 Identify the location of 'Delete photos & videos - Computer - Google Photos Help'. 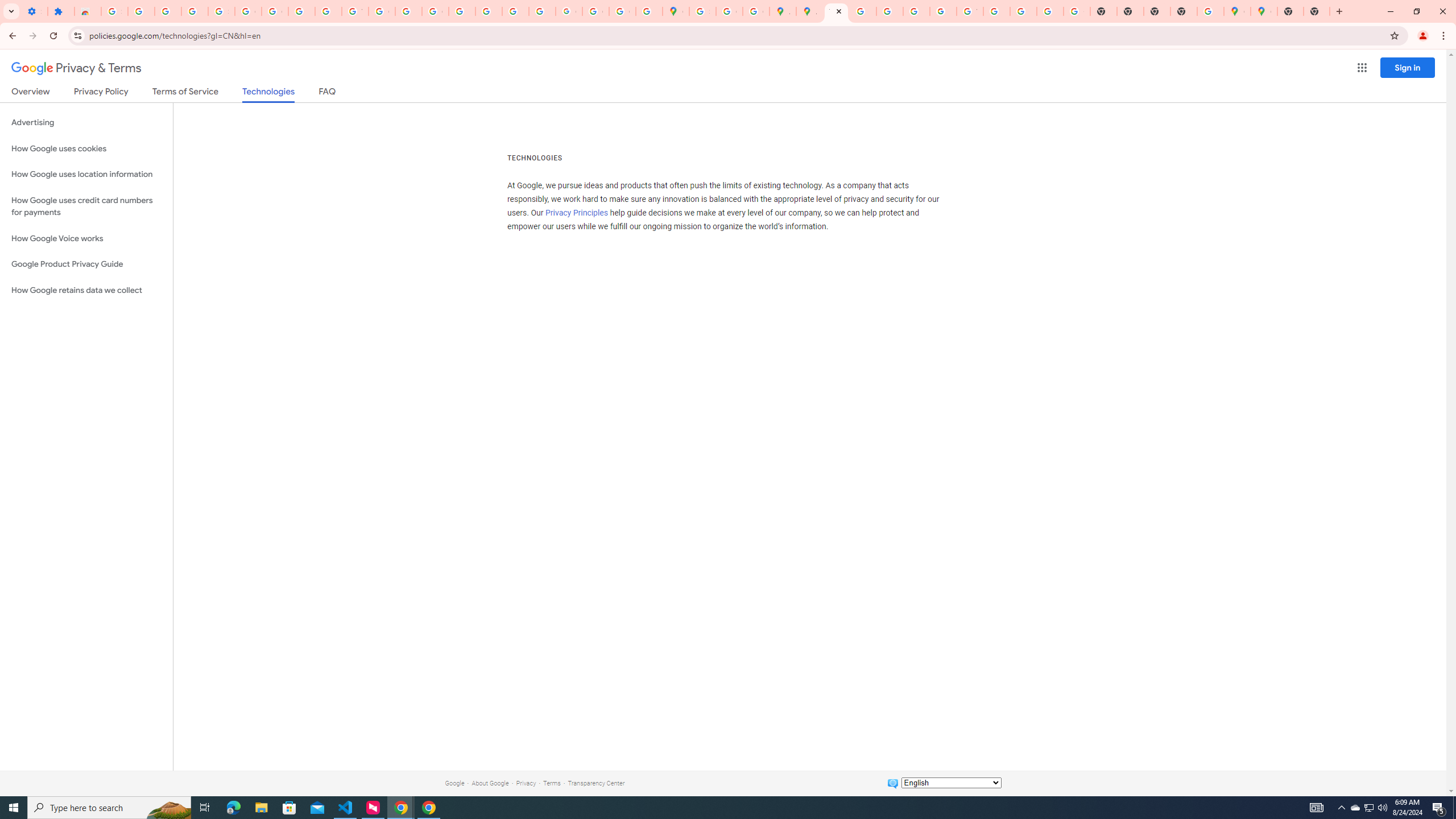
(141, 11).